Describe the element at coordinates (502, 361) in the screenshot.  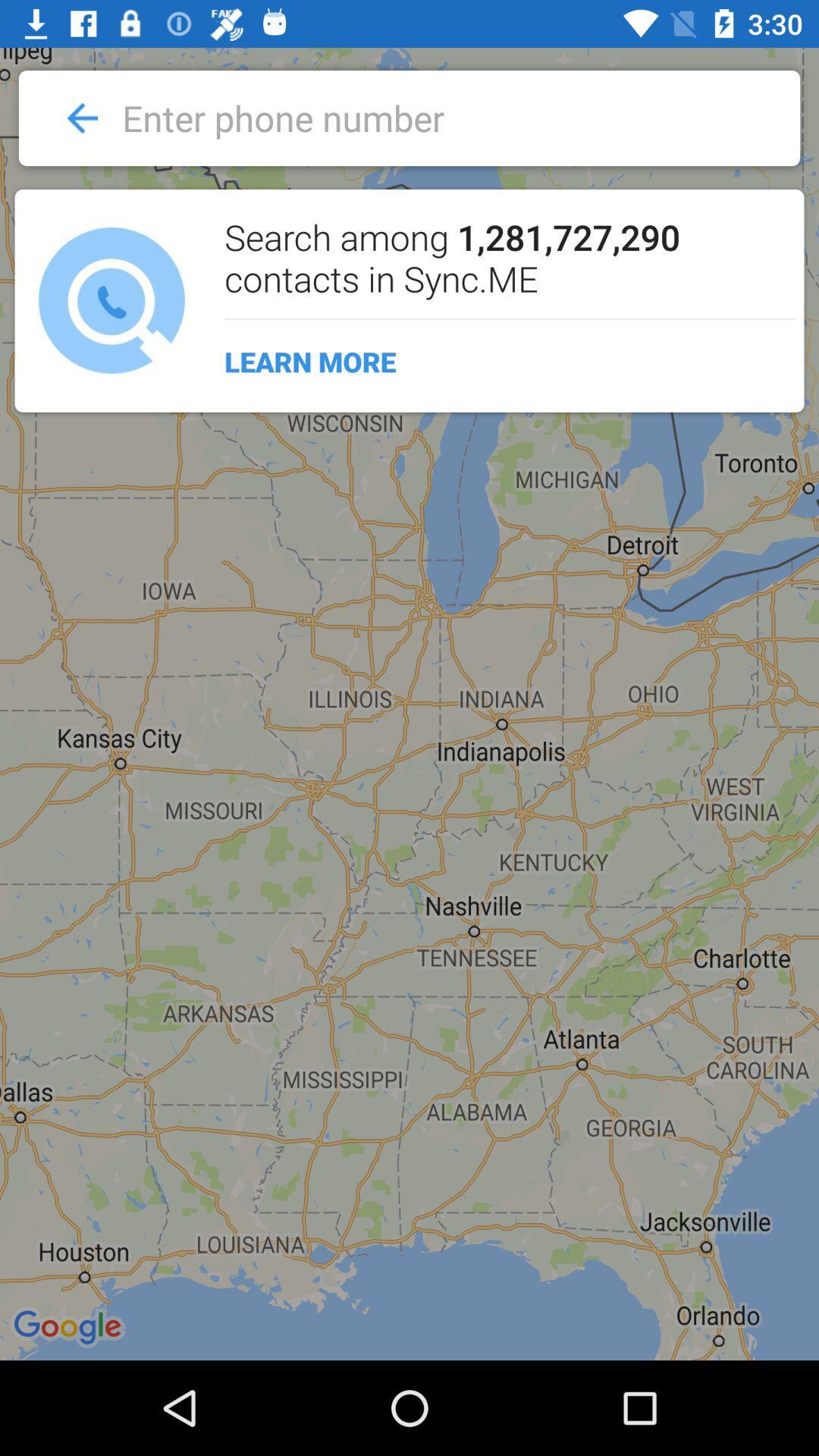
I see `learn more` at that location.